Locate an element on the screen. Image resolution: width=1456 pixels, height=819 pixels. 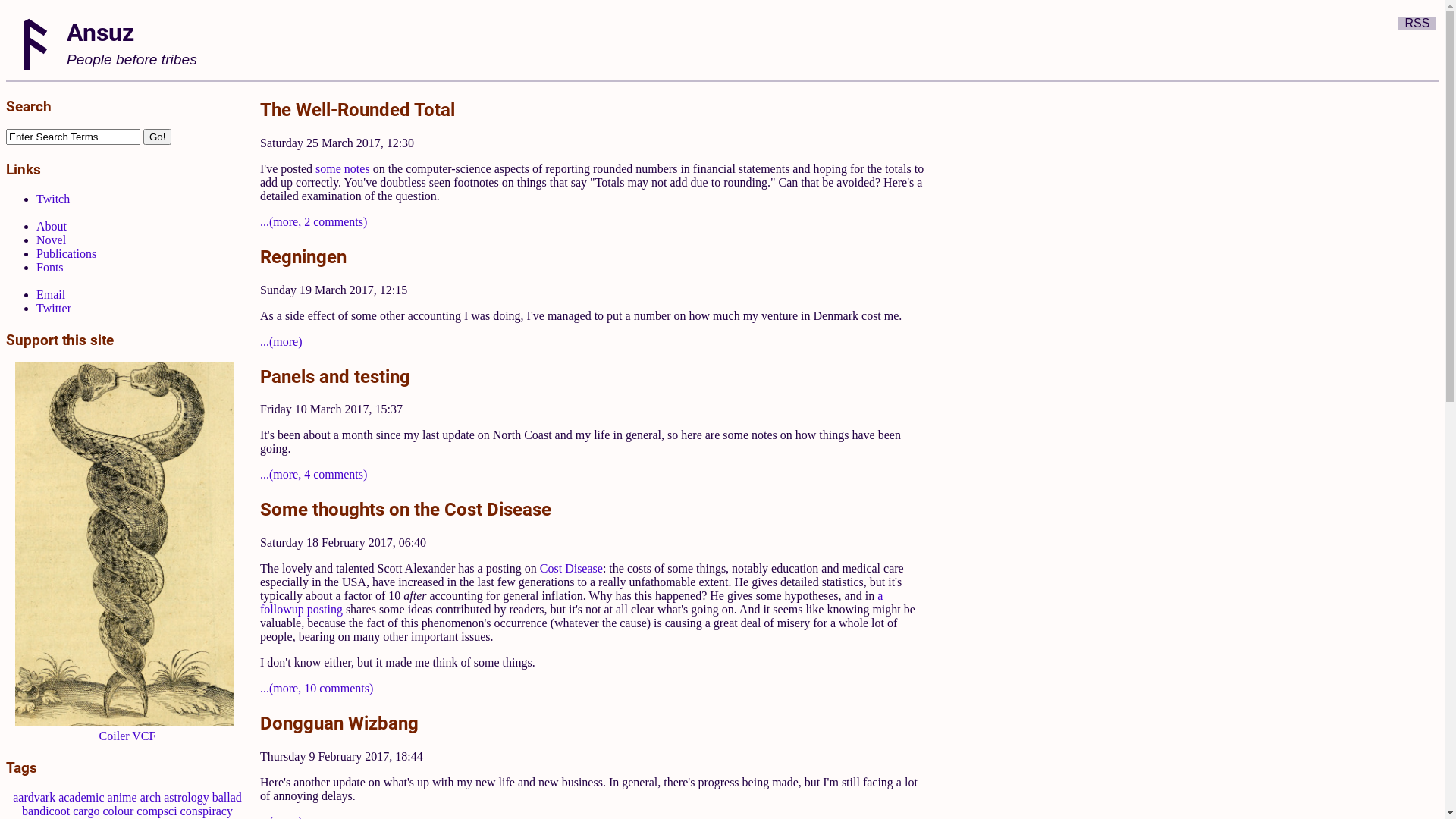
'anime' is located at coordinates (122, 796).